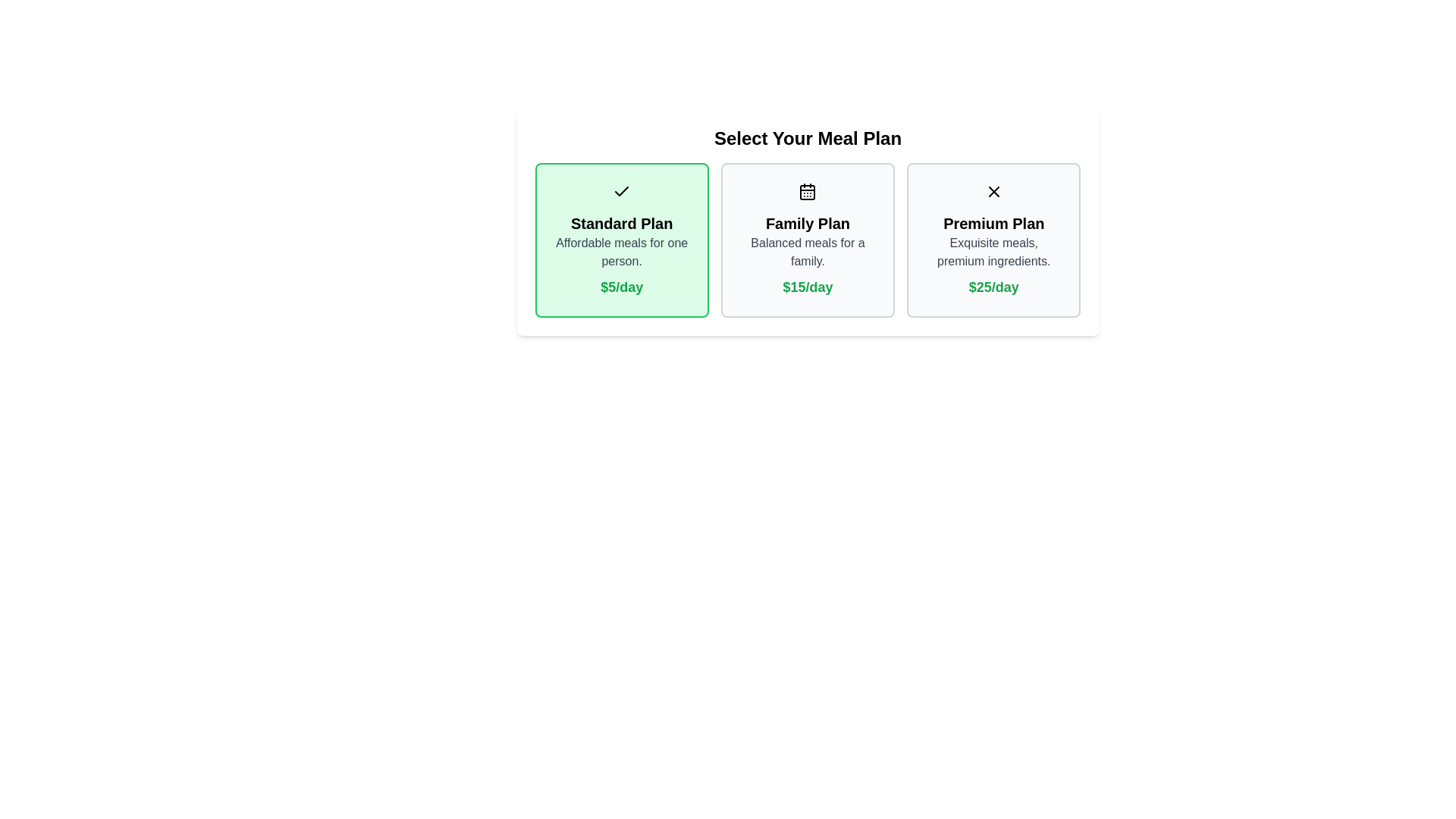  I want to click on pricing information displayed in the Text Label showing '$5/day' in a large and bold green font, located at the bottom of the 'Standard Plan' selection card, so click(622, 287).